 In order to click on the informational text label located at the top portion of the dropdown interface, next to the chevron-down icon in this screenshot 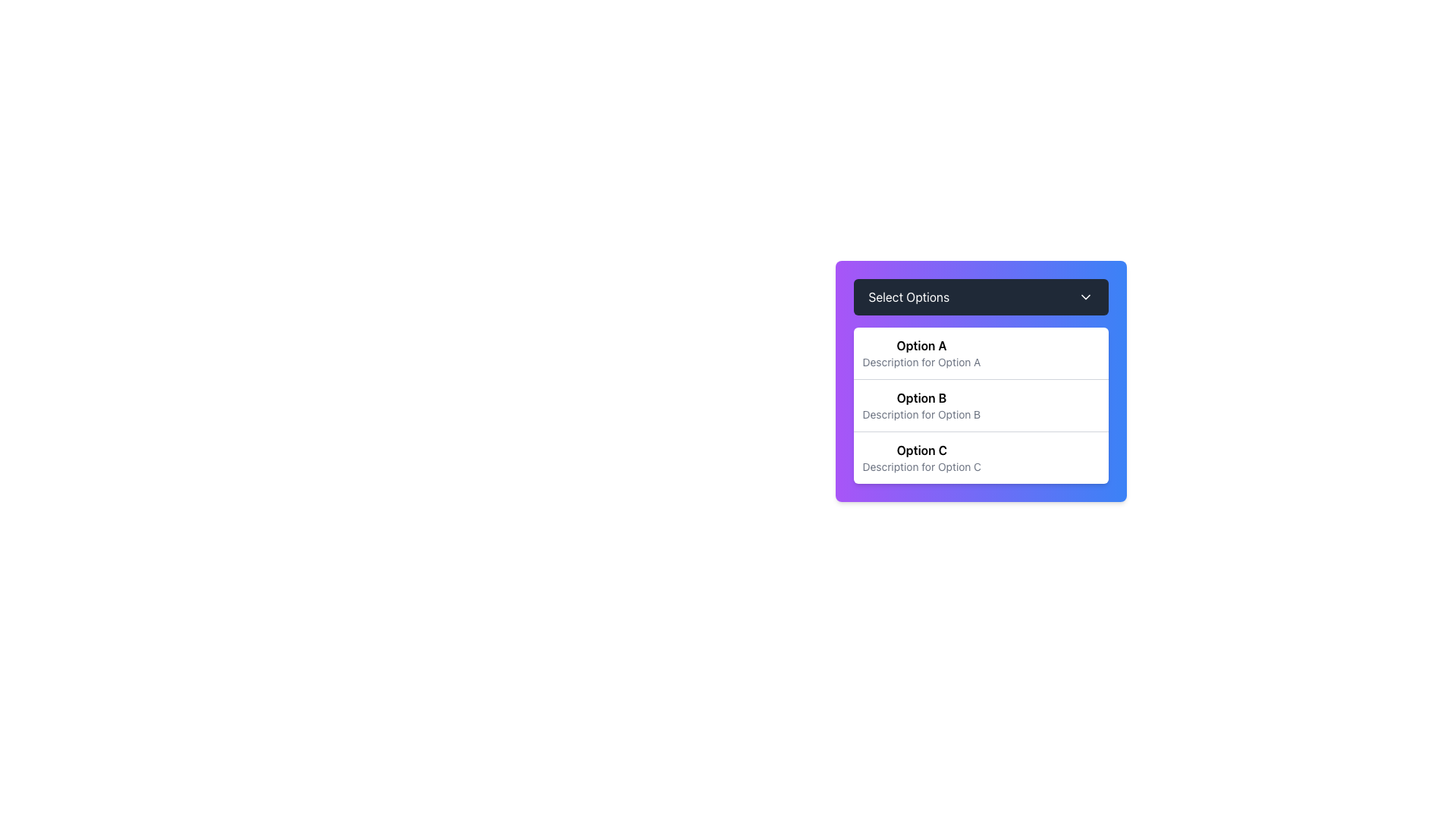, I will do `click(908, 297)`.